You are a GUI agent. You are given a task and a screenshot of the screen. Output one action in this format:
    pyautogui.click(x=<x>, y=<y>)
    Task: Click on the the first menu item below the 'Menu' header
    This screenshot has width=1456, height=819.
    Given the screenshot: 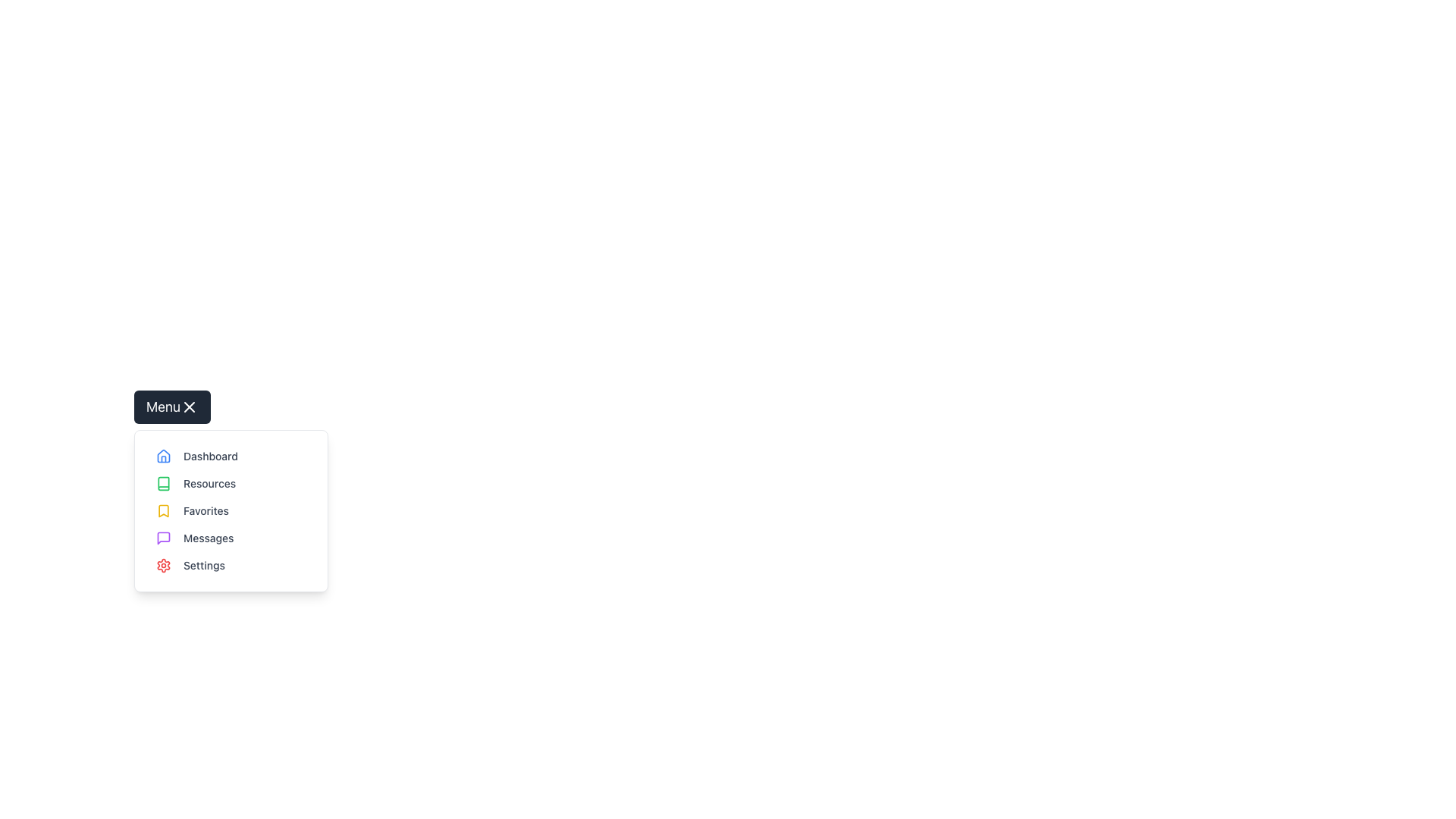 What is the action you would take?
    pyautogui.click(x=231, y=455)
    